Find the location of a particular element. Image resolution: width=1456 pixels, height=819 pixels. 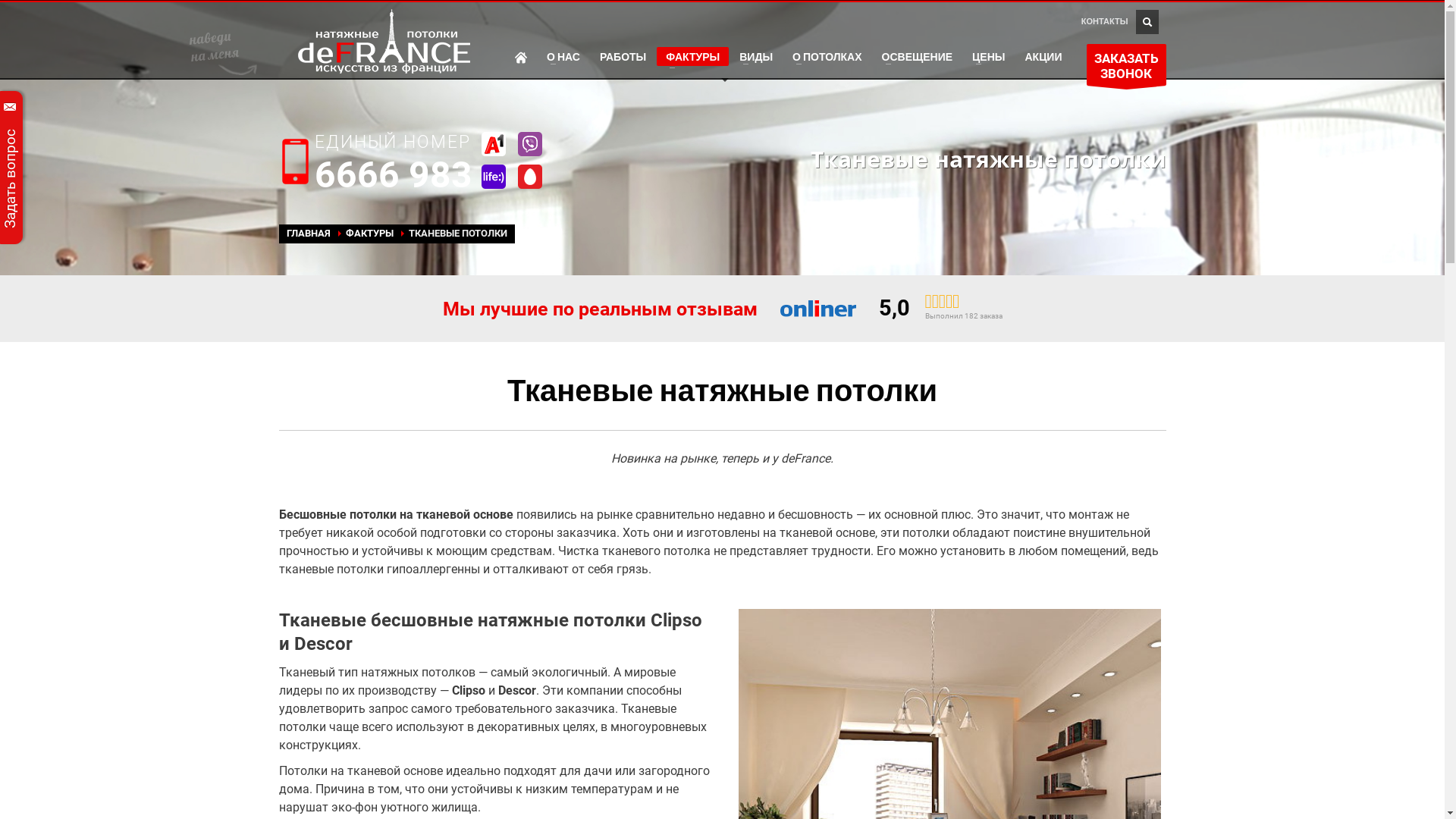

'Call us' is located at coordinates (295, 161).